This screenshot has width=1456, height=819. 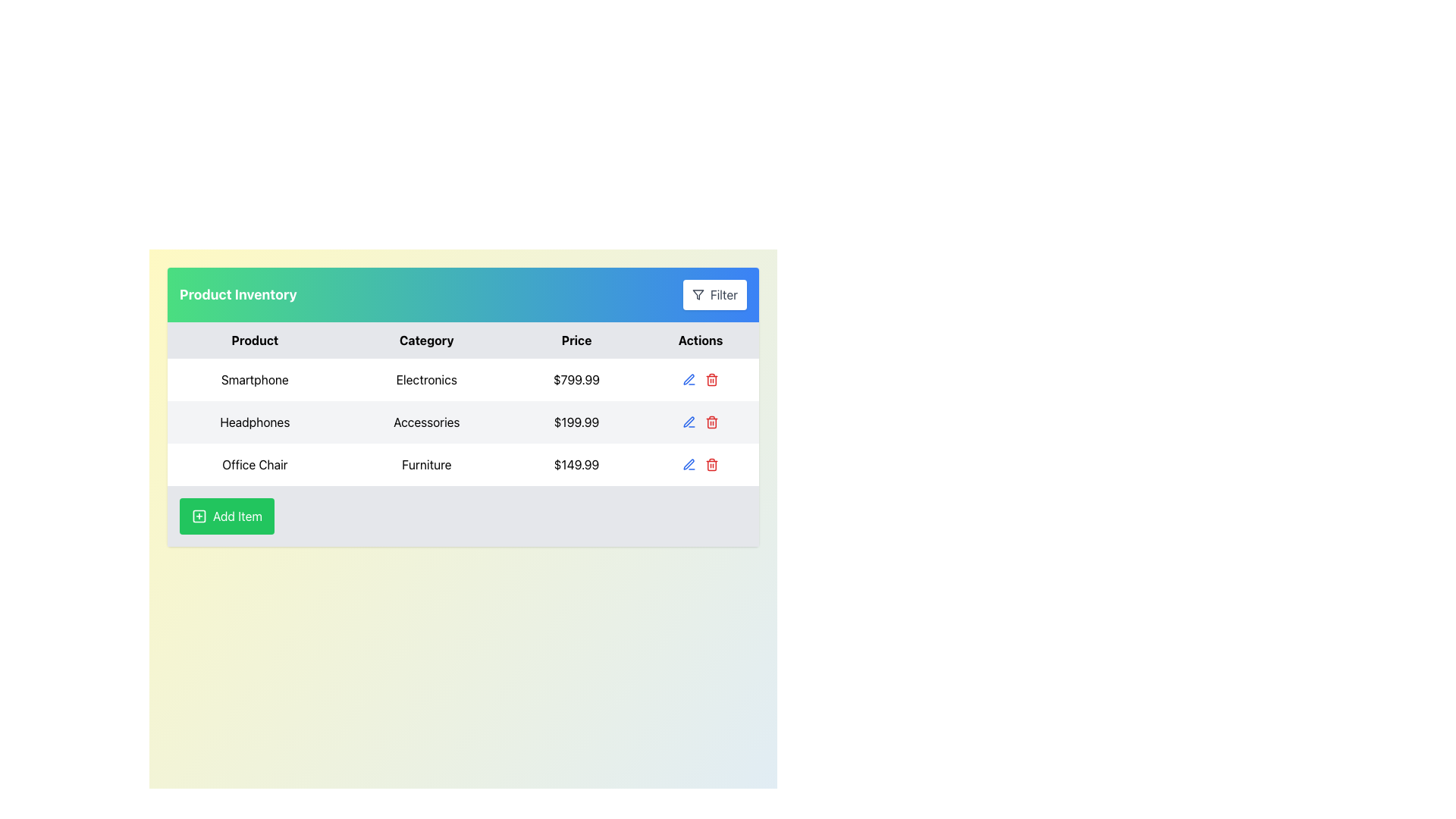 I want to click on the trash bin icon within the action panel of the last row associated with the 'Office Chair' item, so click(x=700, y=464).